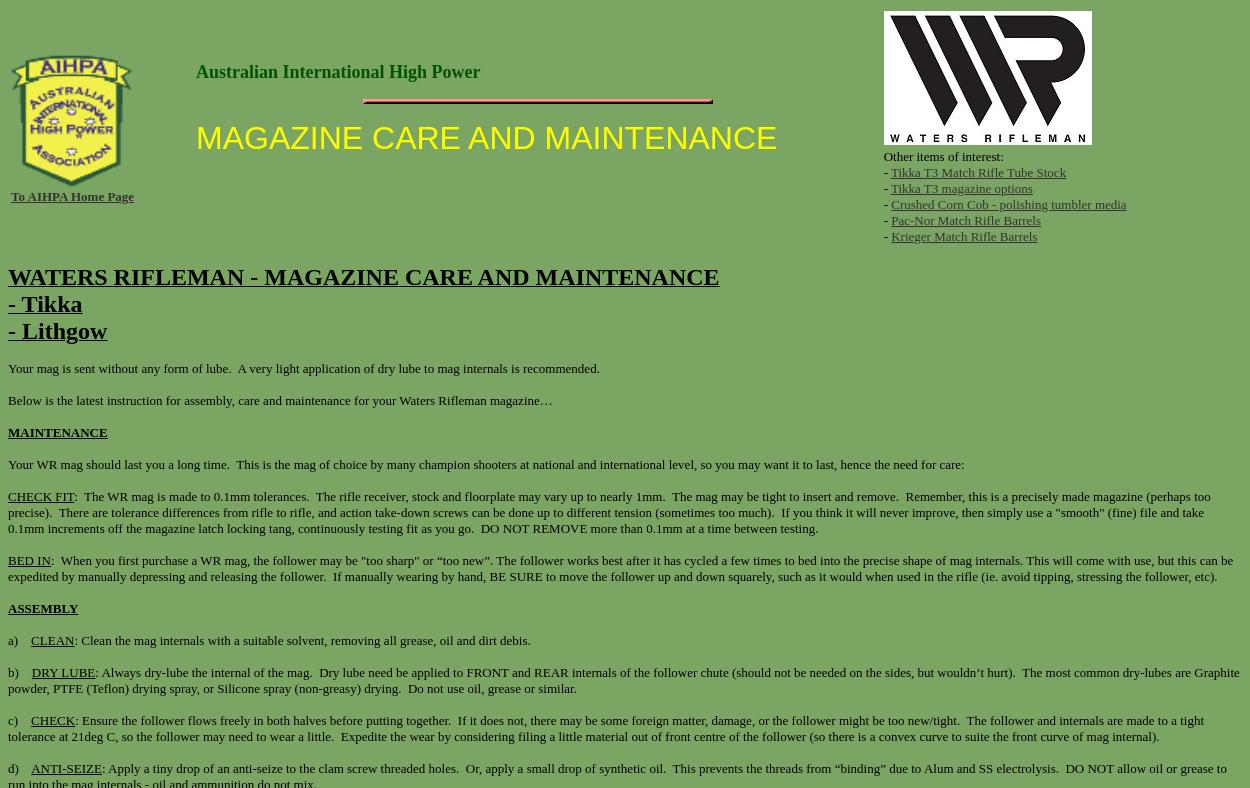 Image resolution: width=1250 pixels, height=788 pixels. What do you see at coordinates (45, 304) in the screenshot?
I see `'-
Tikka'` at bounding box center [45, 304].